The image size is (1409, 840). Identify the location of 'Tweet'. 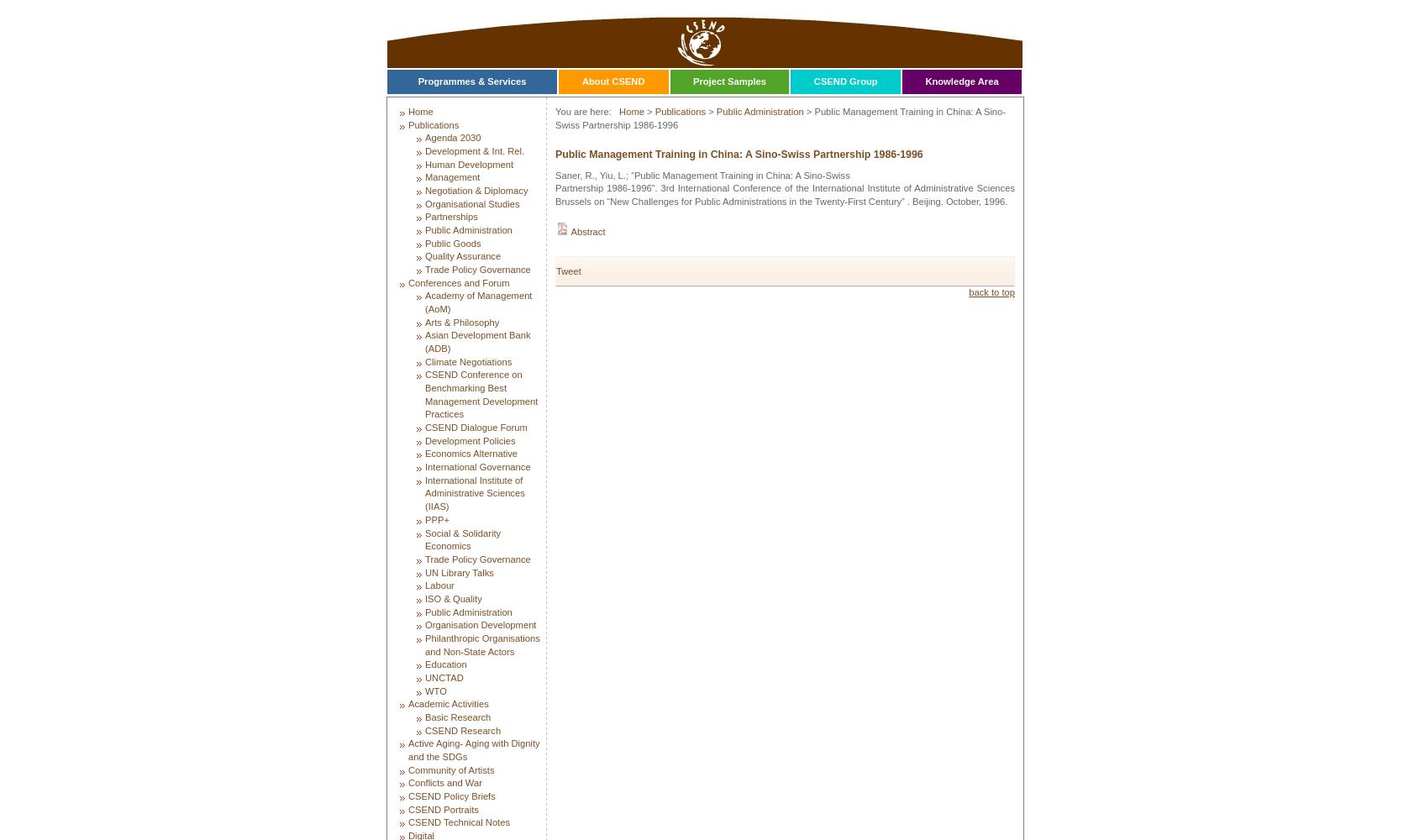
(568, 270).